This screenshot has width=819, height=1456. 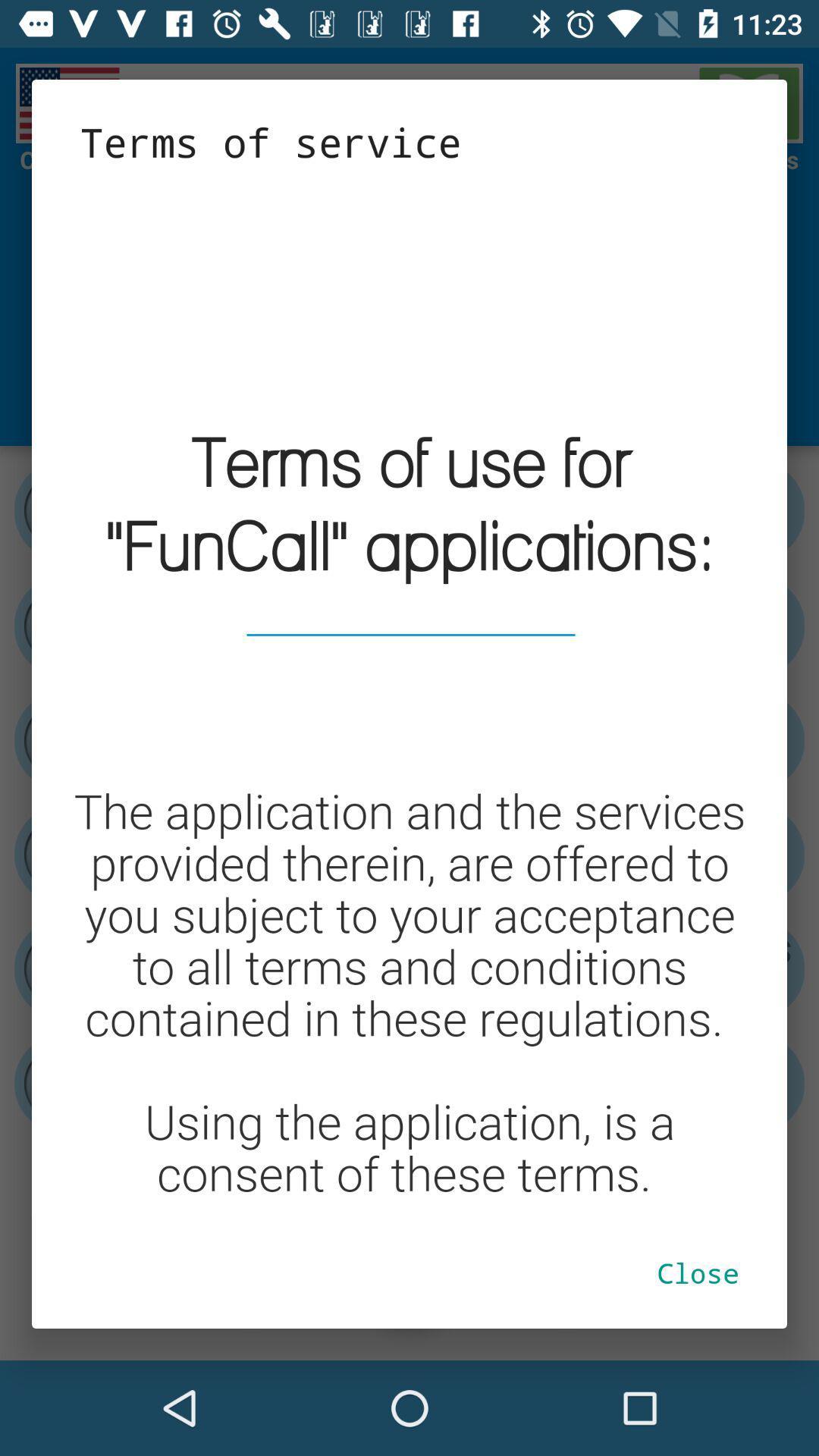 I want to click on close item, so click(x=698, y=1272).